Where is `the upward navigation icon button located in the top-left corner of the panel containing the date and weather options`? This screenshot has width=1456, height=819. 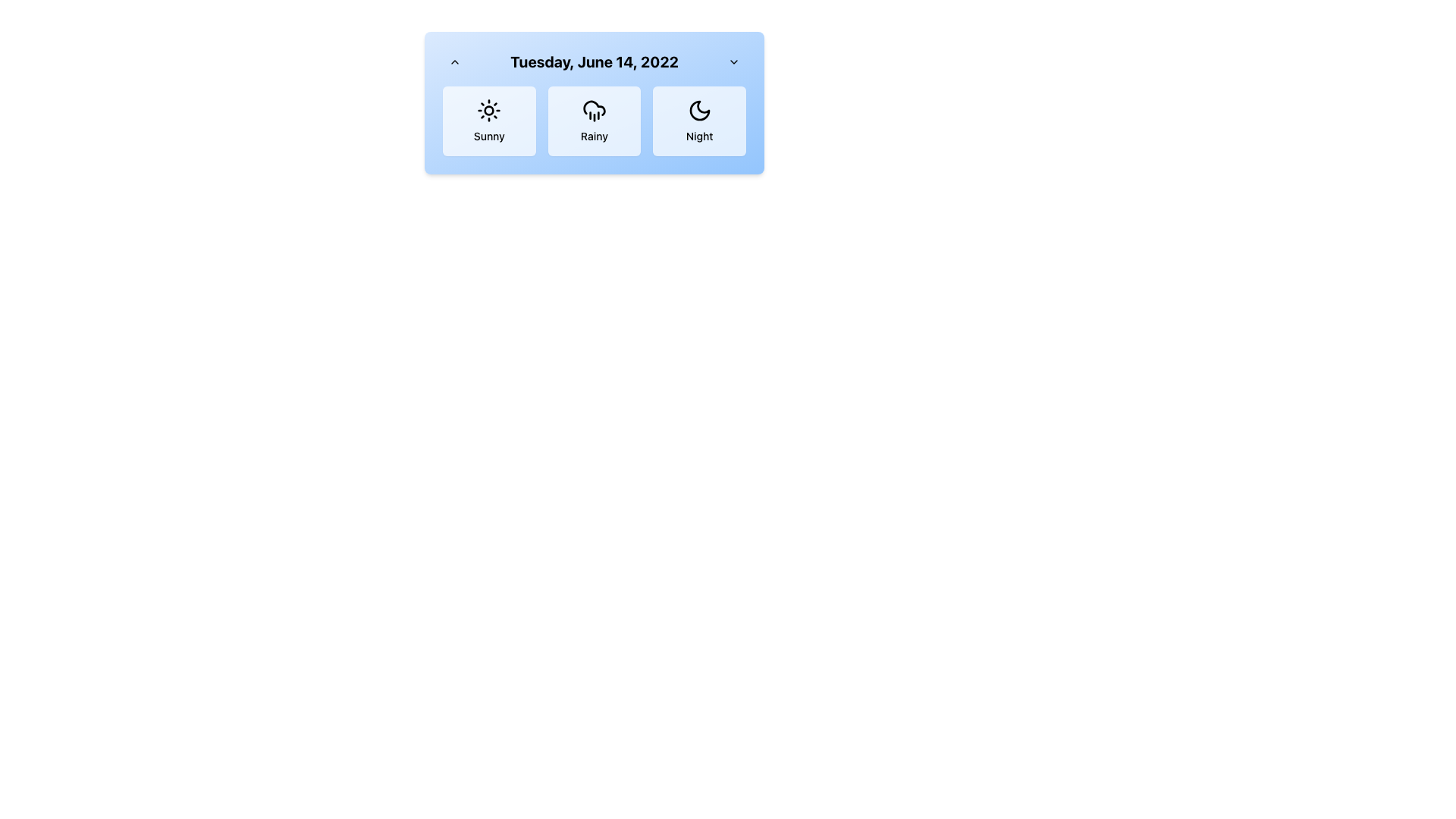
the upward navigation icon button located in the top-left corner of the panel containing the date and weather options is located at coordinates (454, 61).